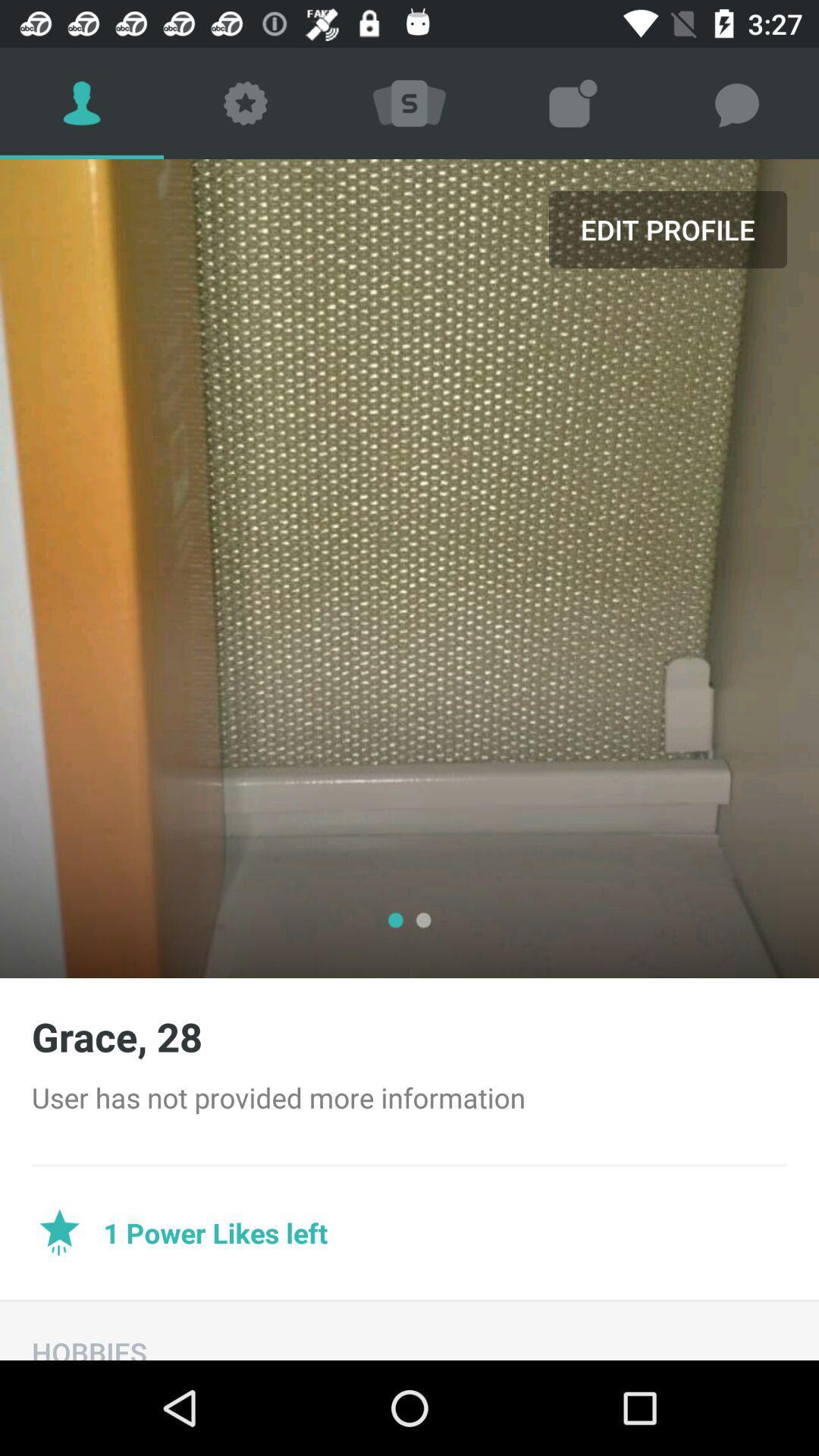 The height and width of the screenshot is (1456, 819). I want to click on the edit profile icon, so click(667, 228).